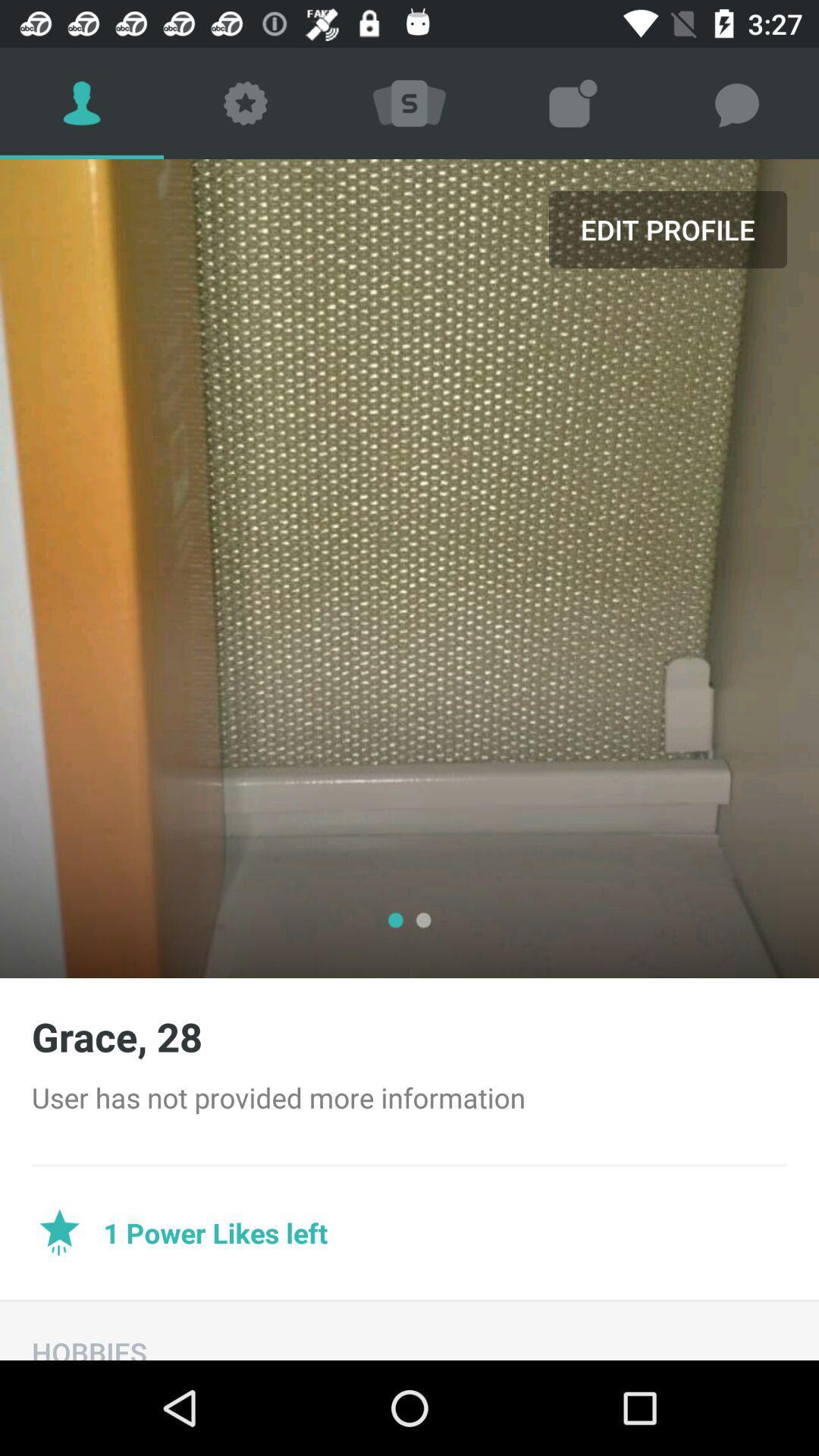 The height and width of the screenshot is (1456, 819). I want to click on the edit profile icon, so click(667, 228).